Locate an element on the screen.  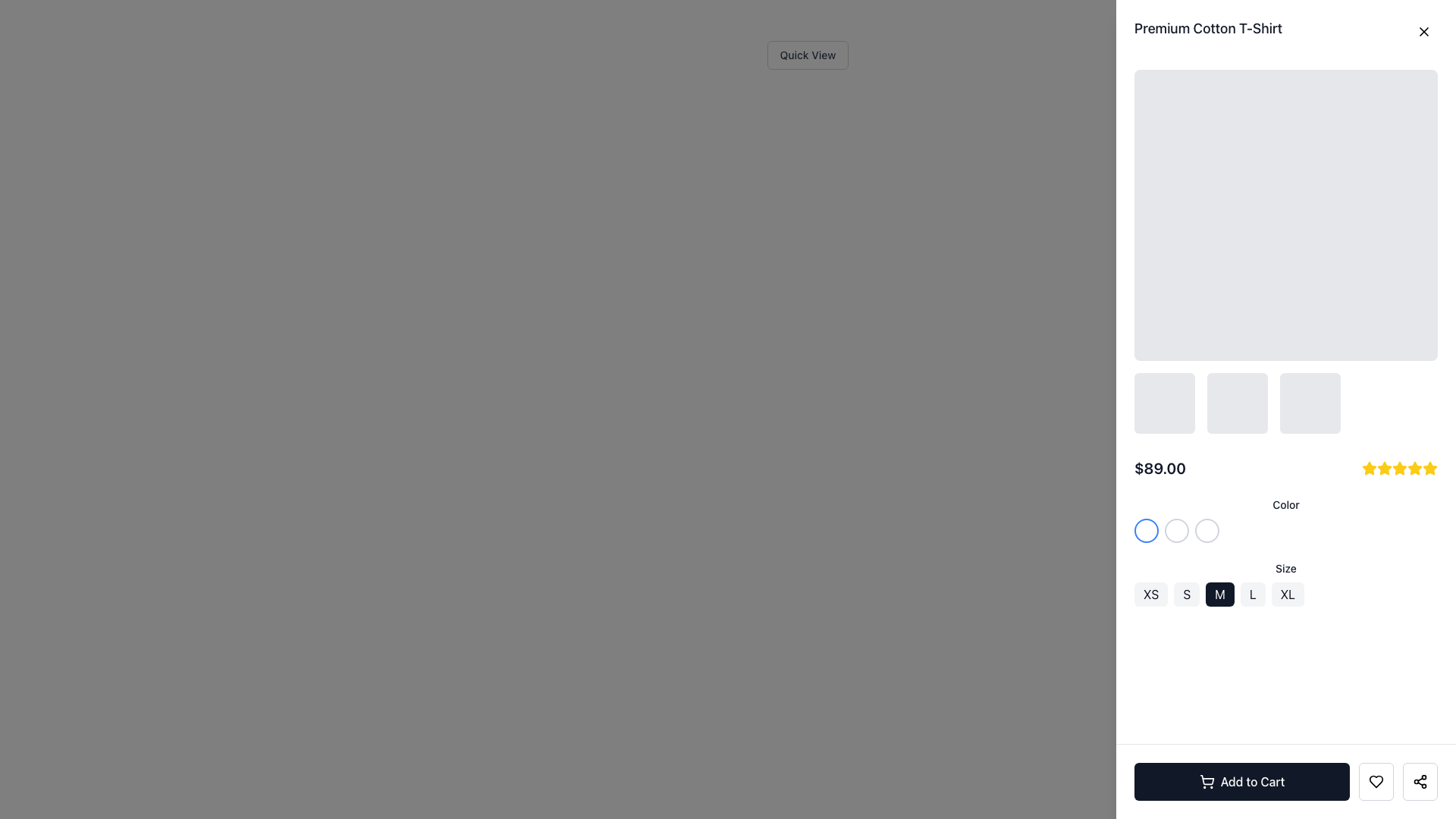
the share icon located in the lower right corner of the interface, adjacent to the heart-shaped icon and following the 'Add to Cart' button is located at coordinates (1419, 781).